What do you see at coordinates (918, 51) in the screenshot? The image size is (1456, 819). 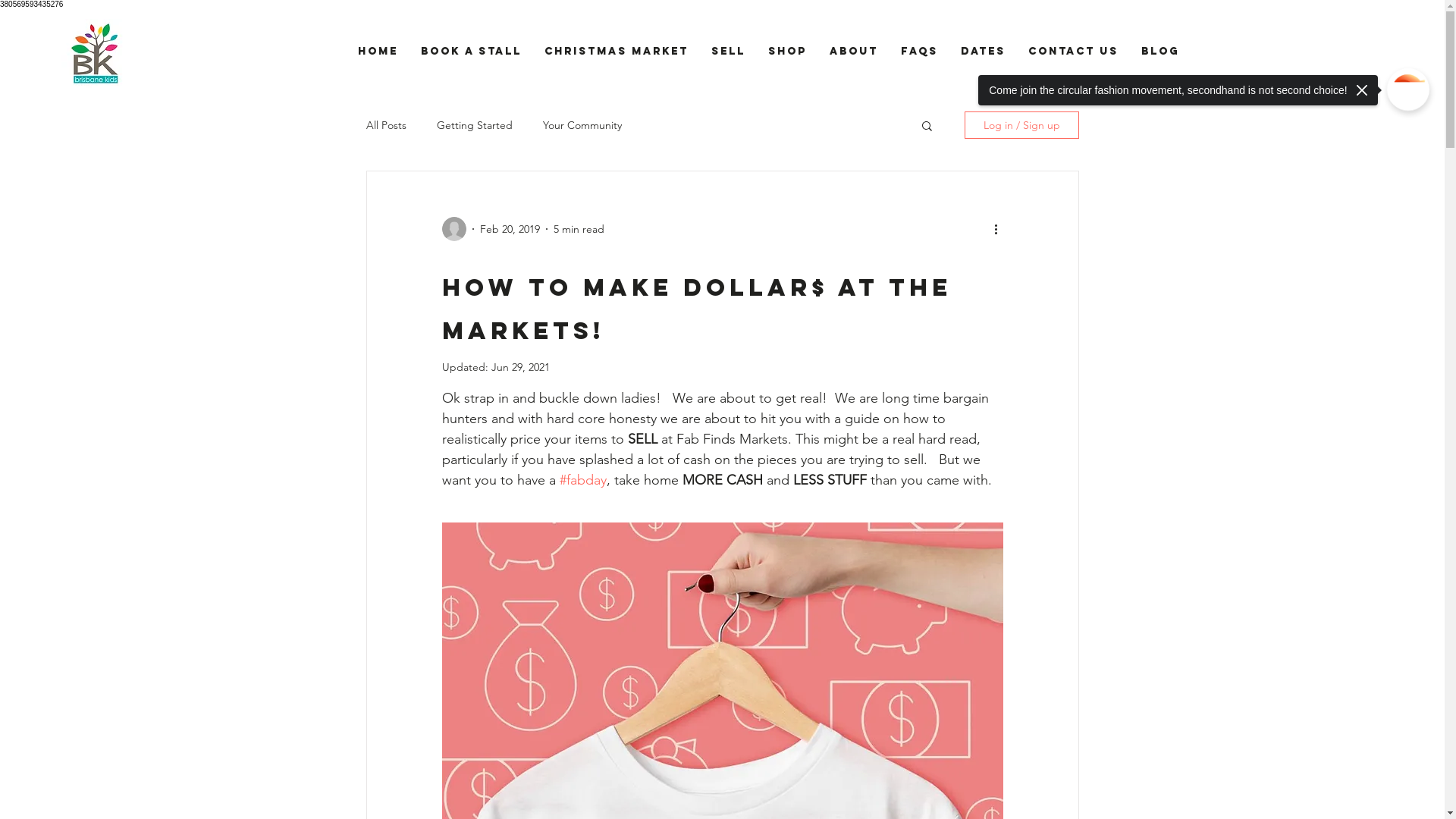 I see `'FAQS'` at bounding box center [918, 51].